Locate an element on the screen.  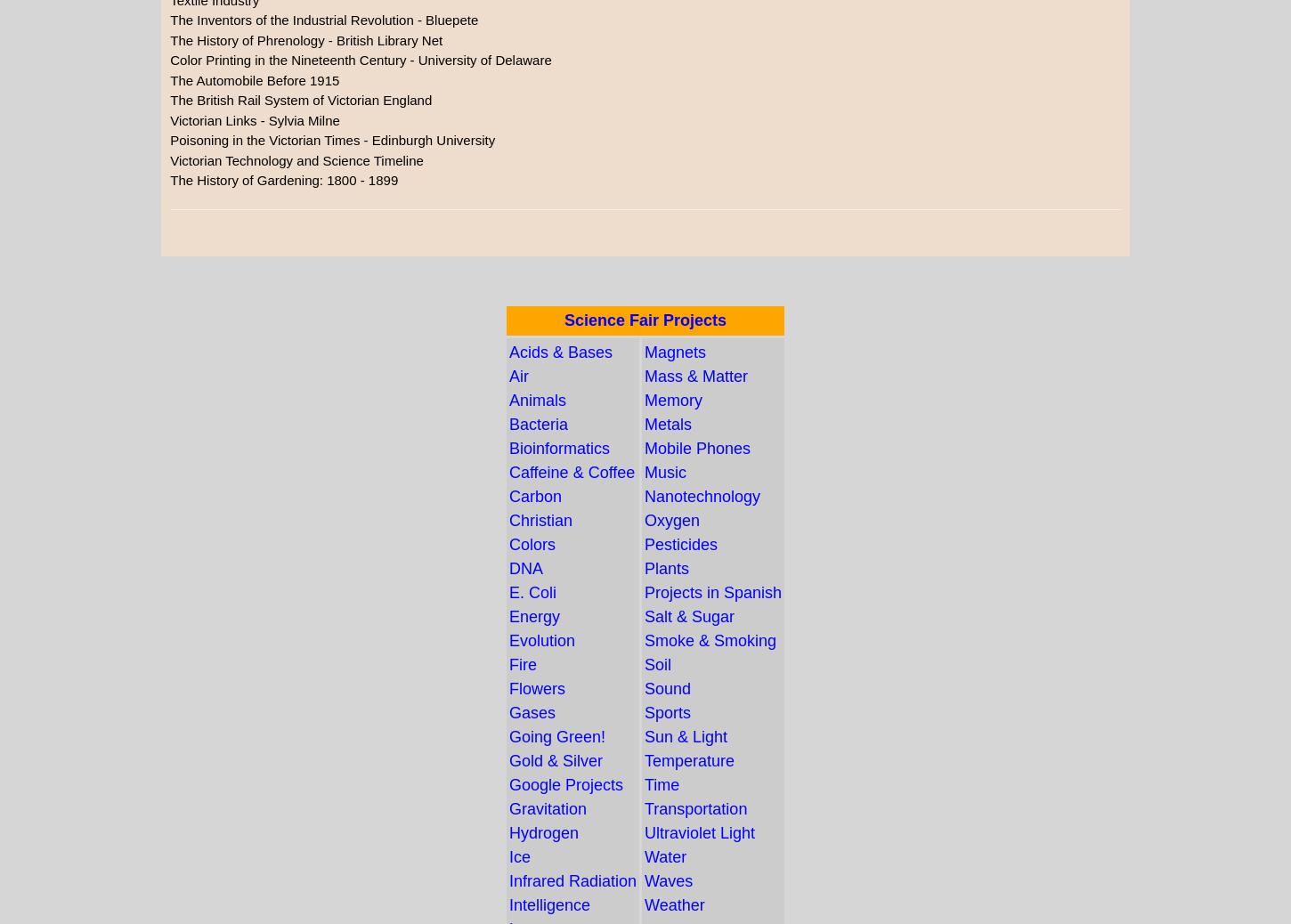
'Animals' is located at coordinates (537, 400).